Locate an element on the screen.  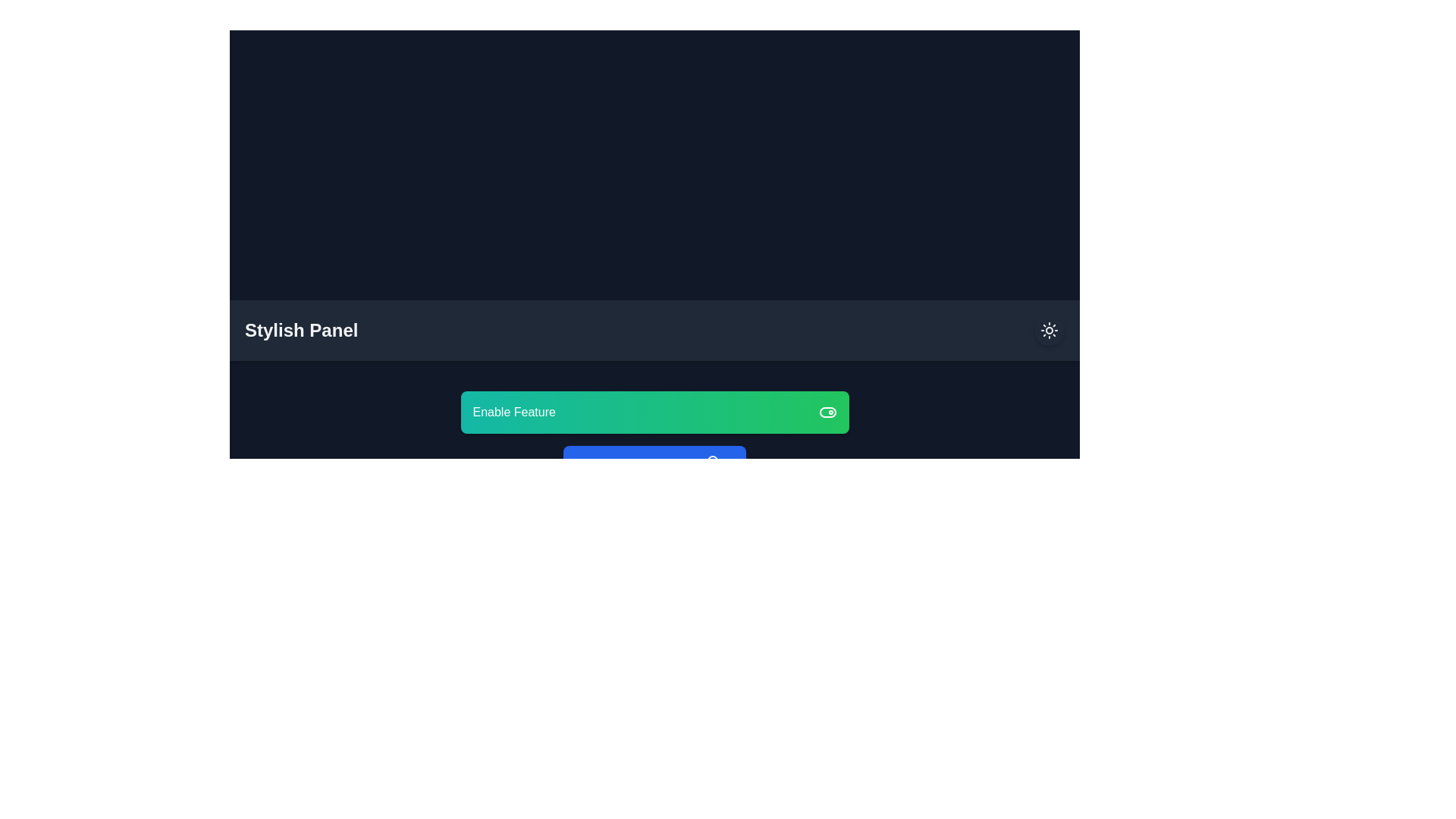
the blue button labeled 'Disable Notifications' is located at coordinates (654, 463).